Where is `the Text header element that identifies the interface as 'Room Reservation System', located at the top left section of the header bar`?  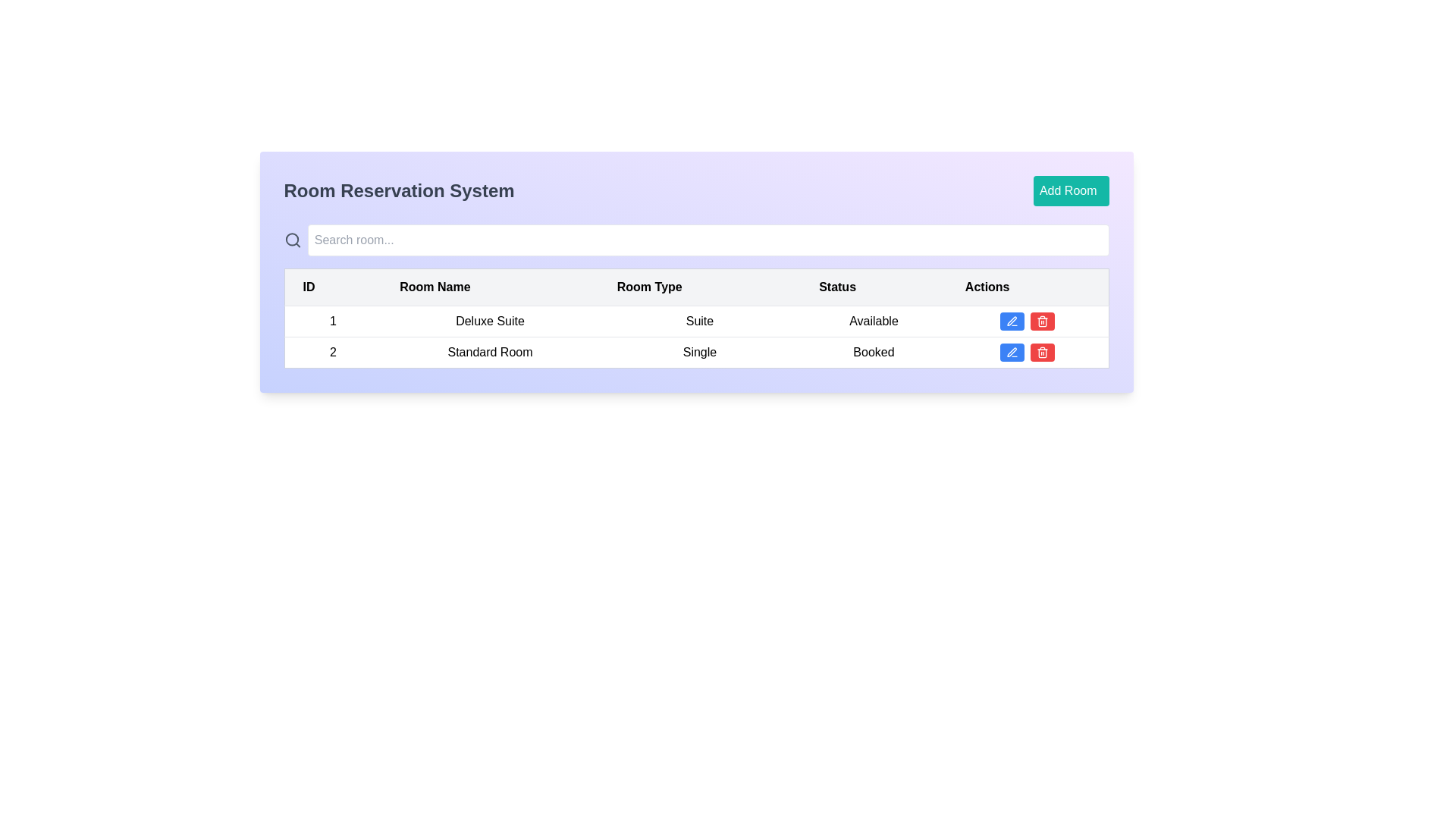
the Text header element that identifies the interface as 'Room Reservation System', located at the top left section of the header bar is located at coordinates (399, 190).